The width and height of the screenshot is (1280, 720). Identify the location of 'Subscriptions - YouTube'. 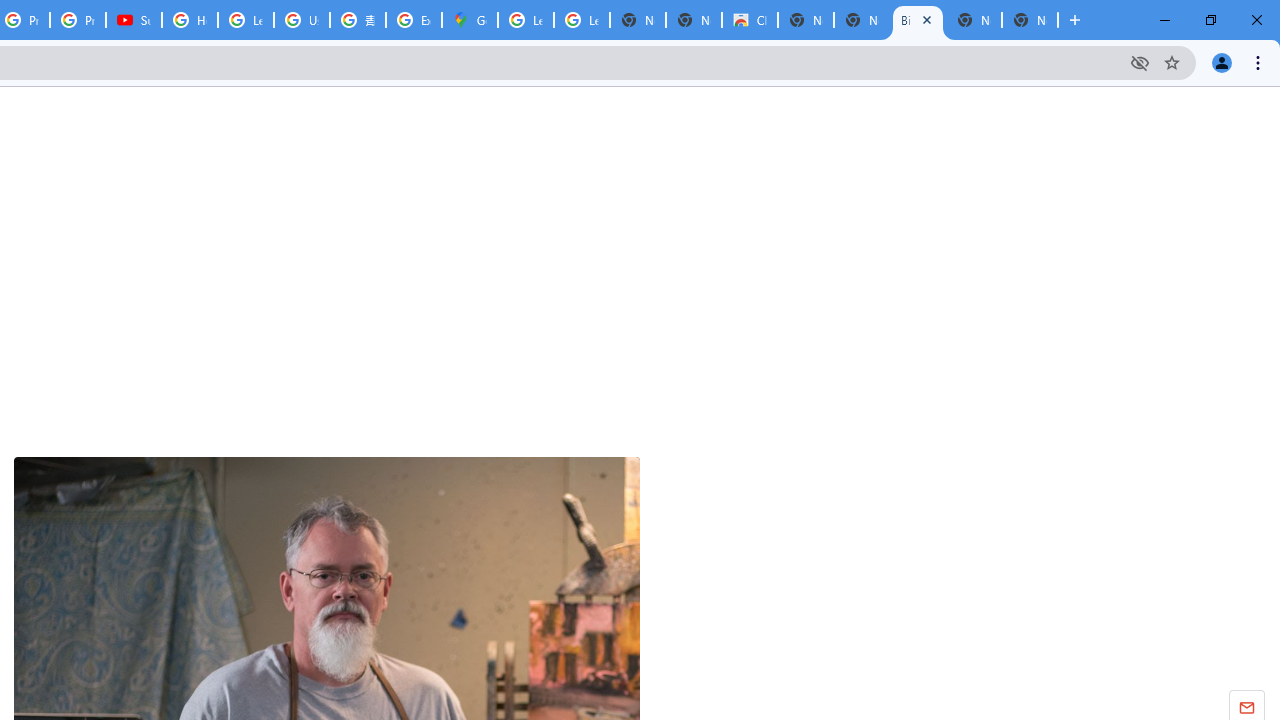
(133, 20).